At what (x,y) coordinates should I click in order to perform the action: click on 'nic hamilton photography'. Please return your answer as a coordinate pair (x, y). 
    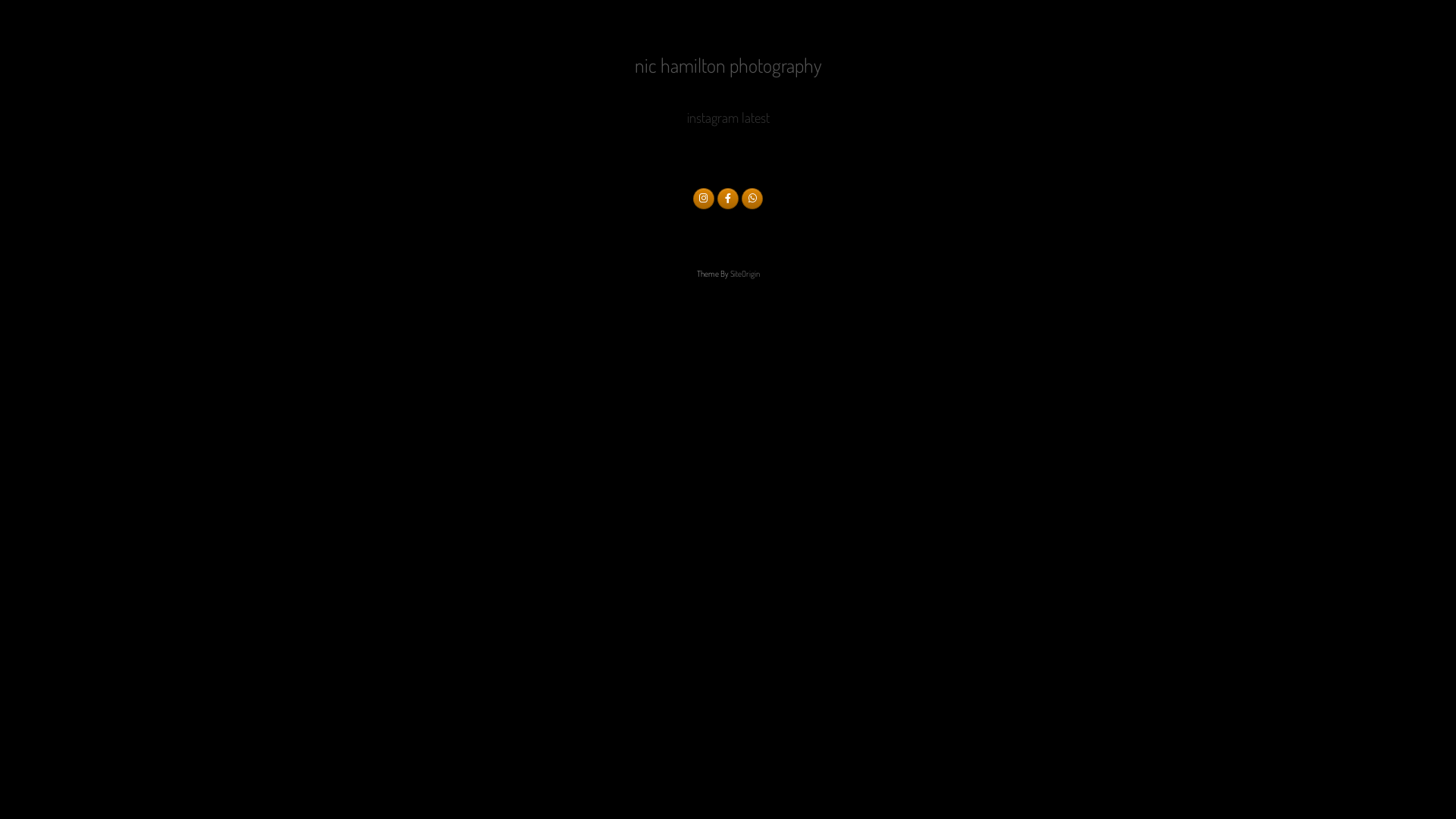
    Looking at the image, I should click on (726, 76).